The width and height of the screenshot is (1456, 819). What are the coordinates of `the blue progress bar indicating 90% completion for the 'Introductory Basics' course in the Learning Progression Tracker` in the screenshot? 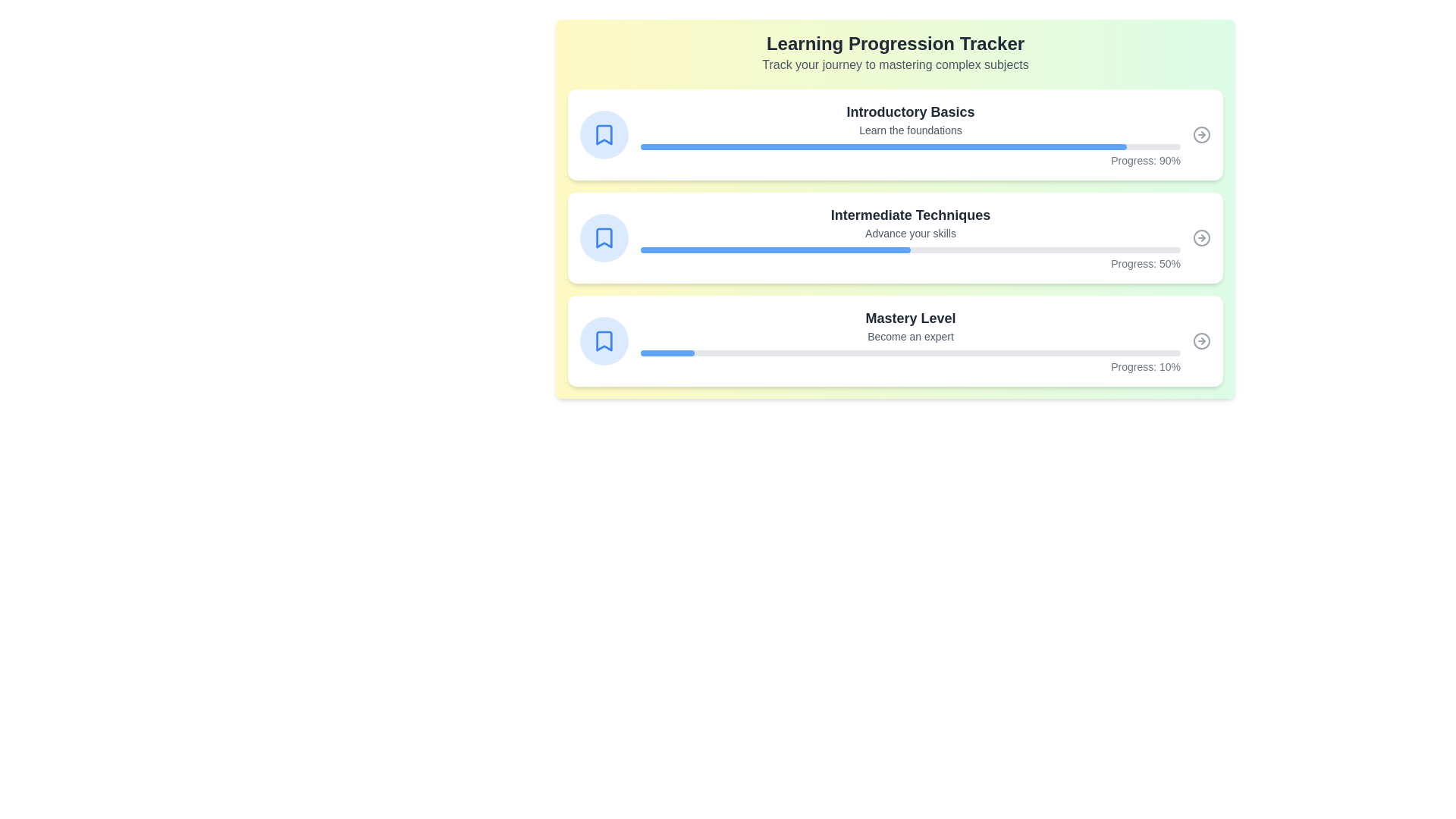 It's located at (883, 146).